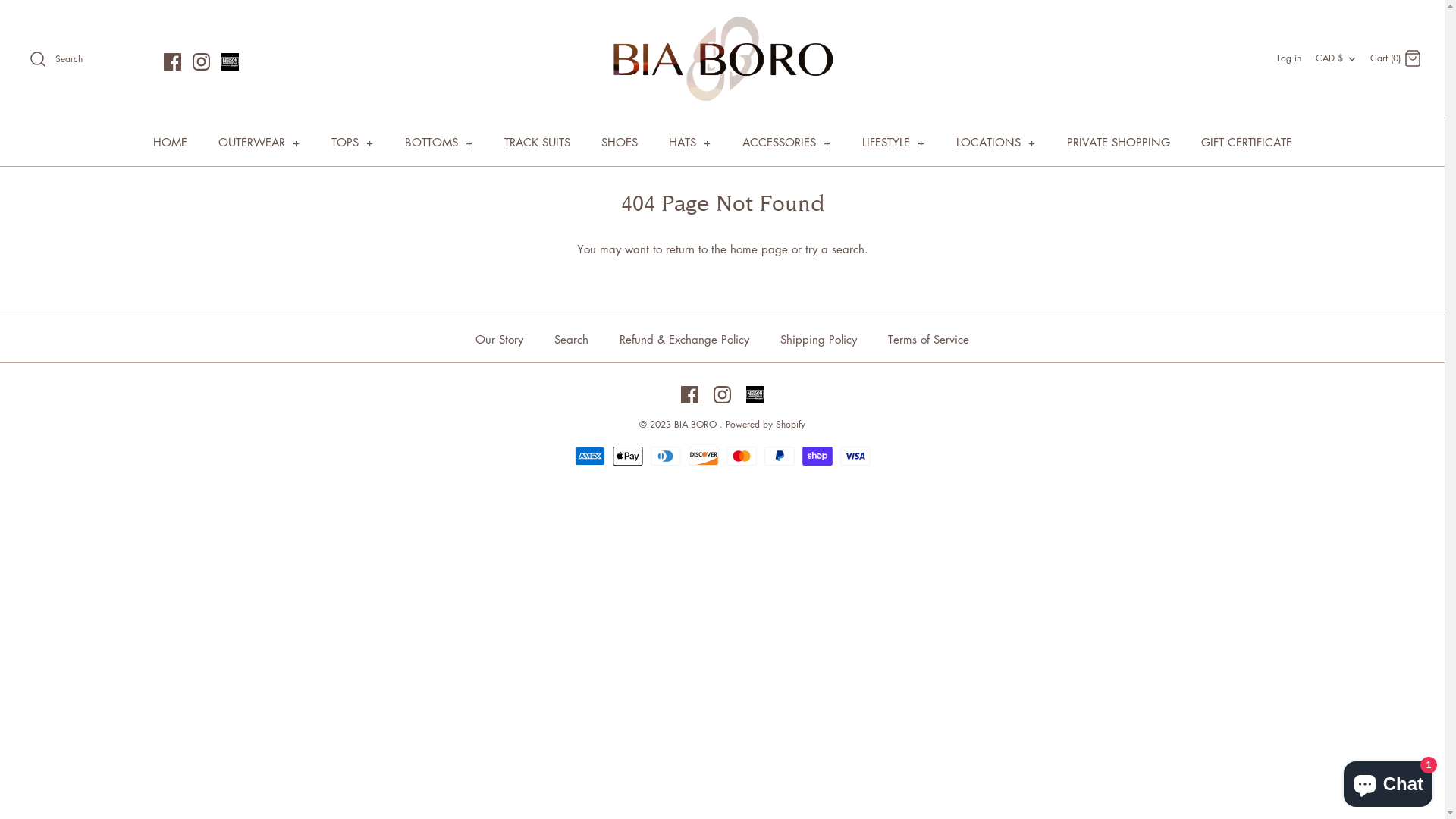 This screenshot has width=1456, height=819. What do you see at coordinates (536, 142) in the screenshot?
I see `'TRACK SUITS'` at bounding box center [536, 142].